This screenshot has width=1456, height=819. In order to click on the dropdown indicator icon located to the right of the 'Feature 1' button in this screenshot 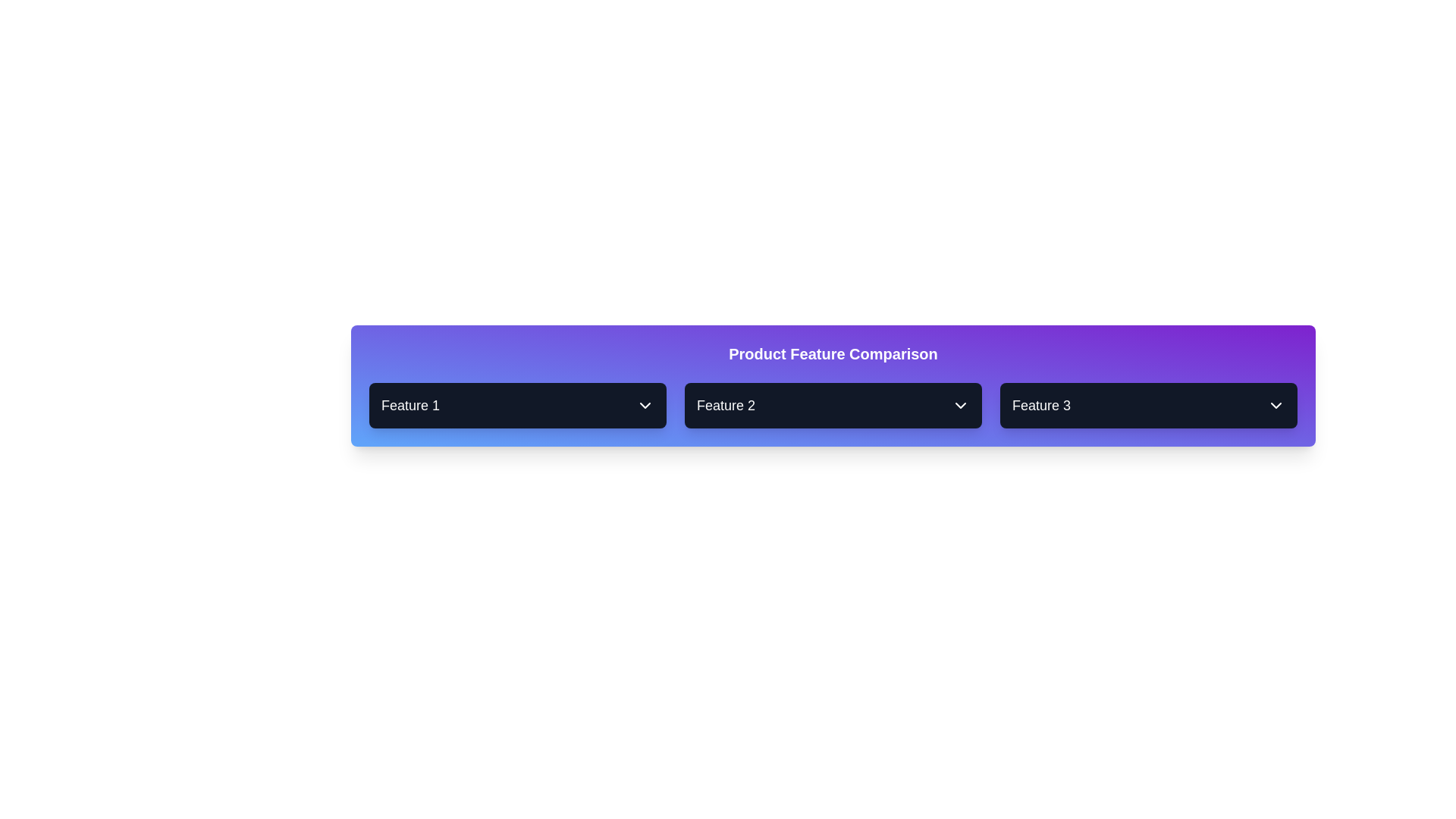, I will do `click(645, 405)`.